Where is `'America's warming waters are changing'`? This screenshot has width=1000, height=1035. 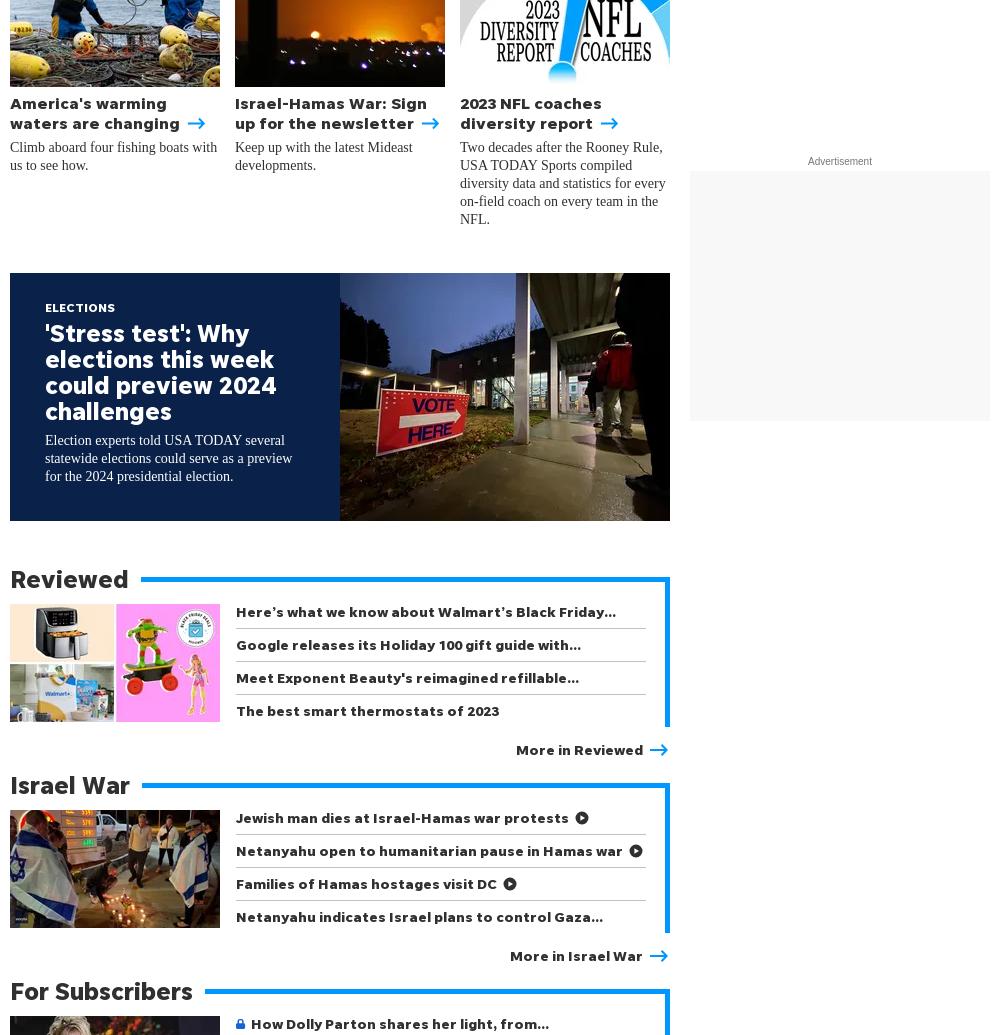 'America's warming waters are changing' is located at coordinates (108, 113).